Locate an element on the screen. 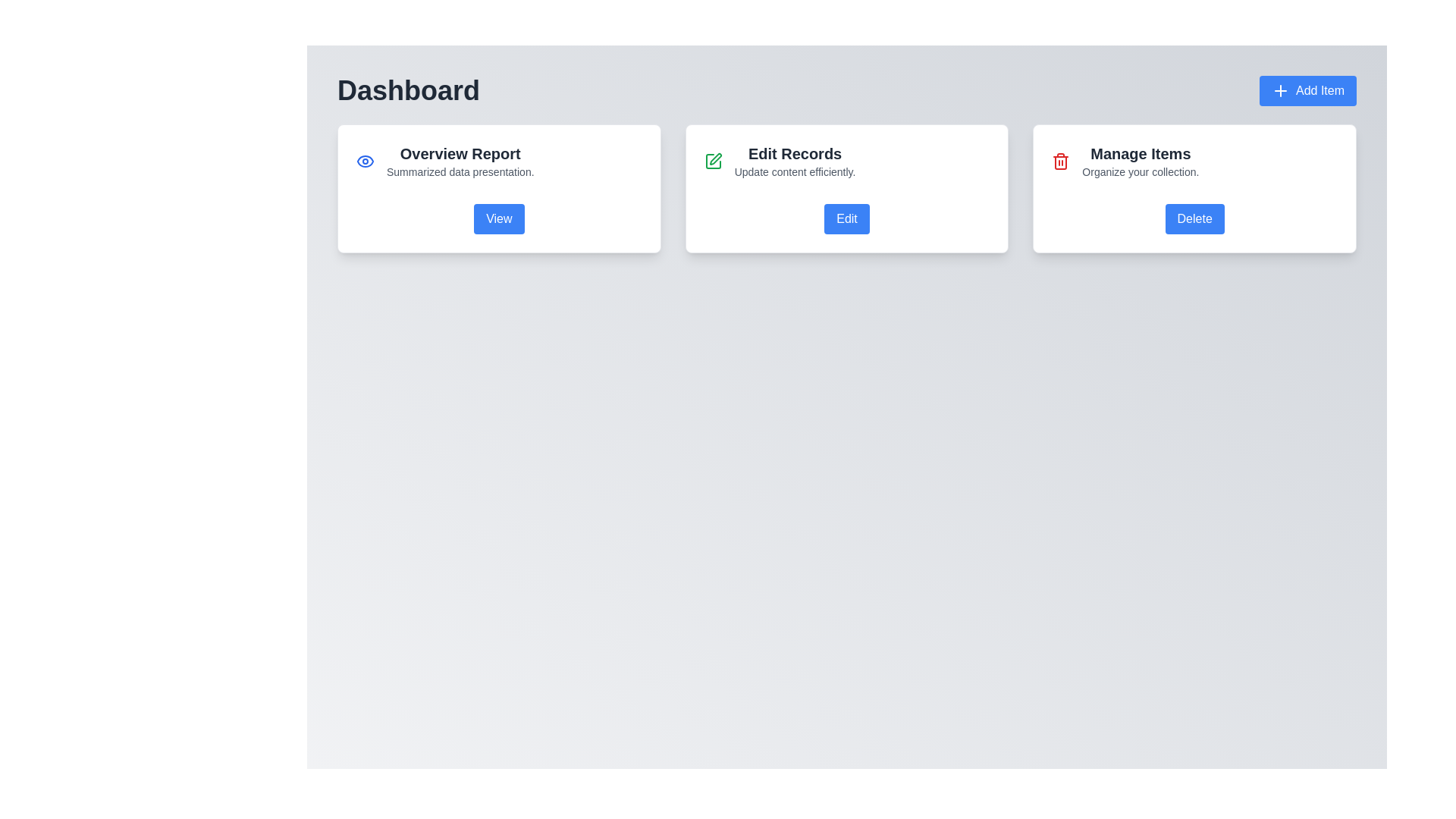  the delete button located at the bottom-right corner of the 'Manage Items' card is located at coordinates (1194, 219).